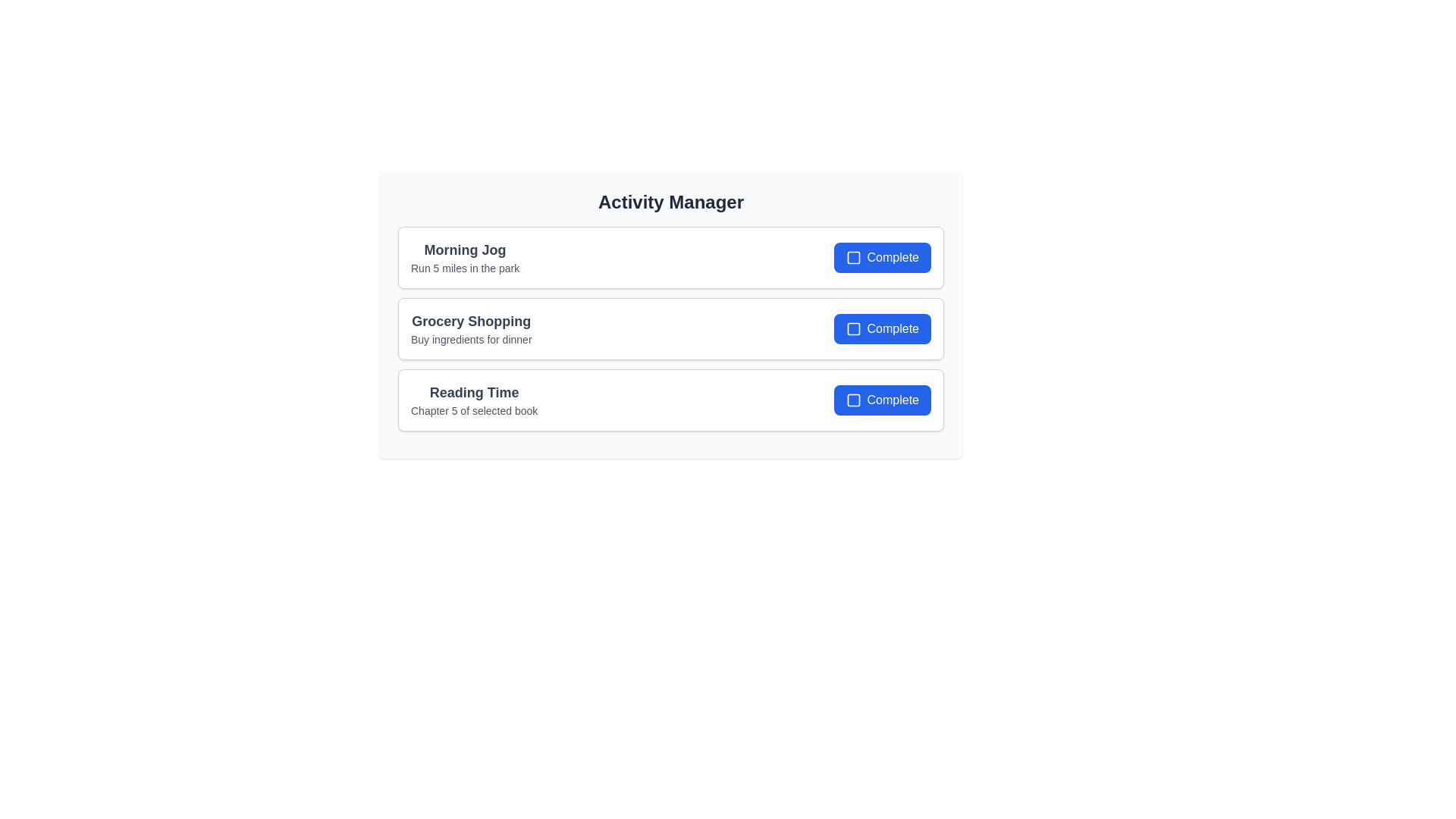 This screenshot has height=819, width=1456. Describe the element at coordinates (893, 256) in the screenshot. I see `text of the interactive button labeled 'Complete', which displays the word 'Complete' in bold white text against a blue background` at that location.